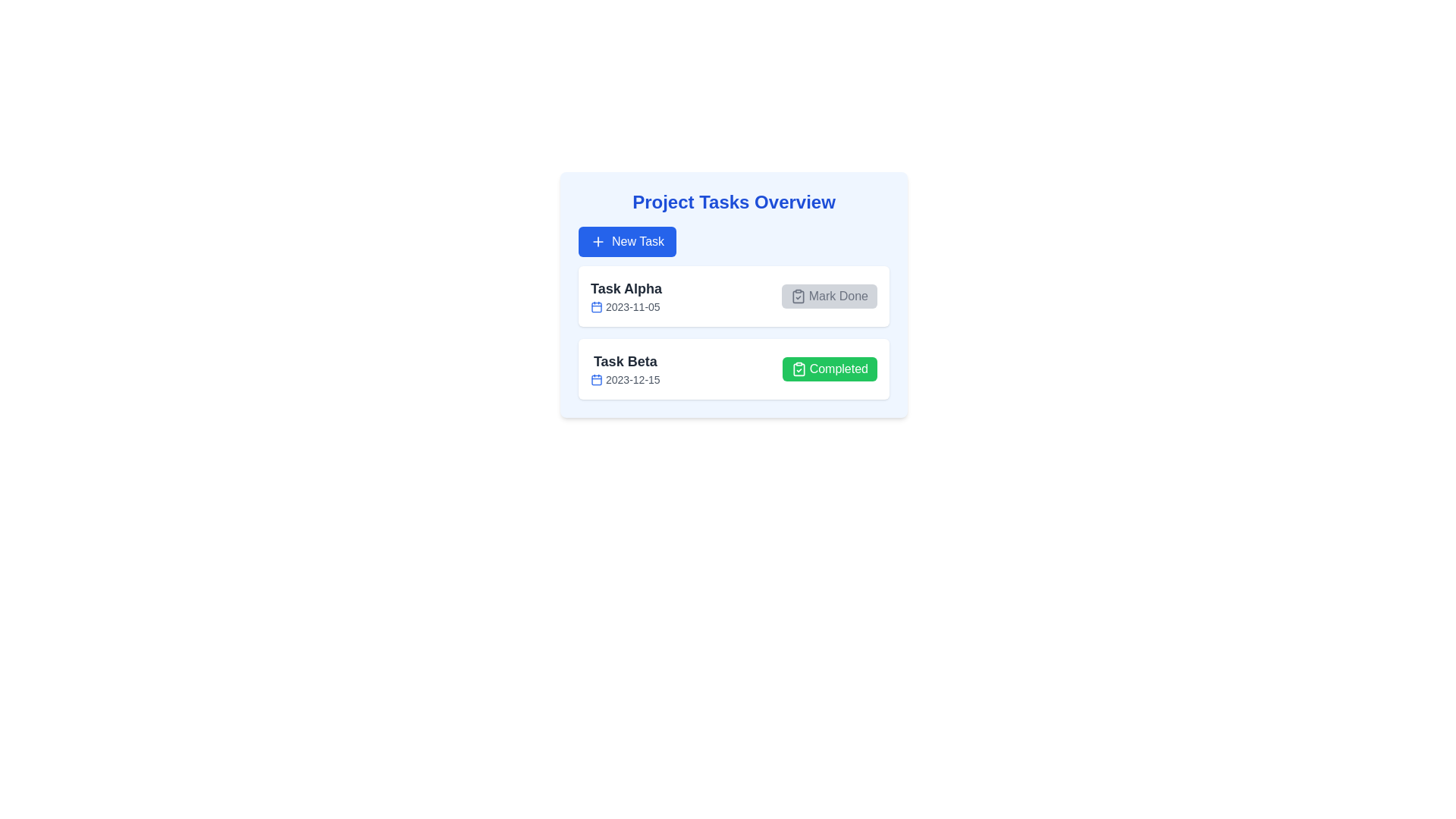 This screenshot has height=819, width=1456. I want to click on the 'New Task' button with a blue background and a white '+' icon located below the 'Project Tasks Overview' title, so click(627, 241).